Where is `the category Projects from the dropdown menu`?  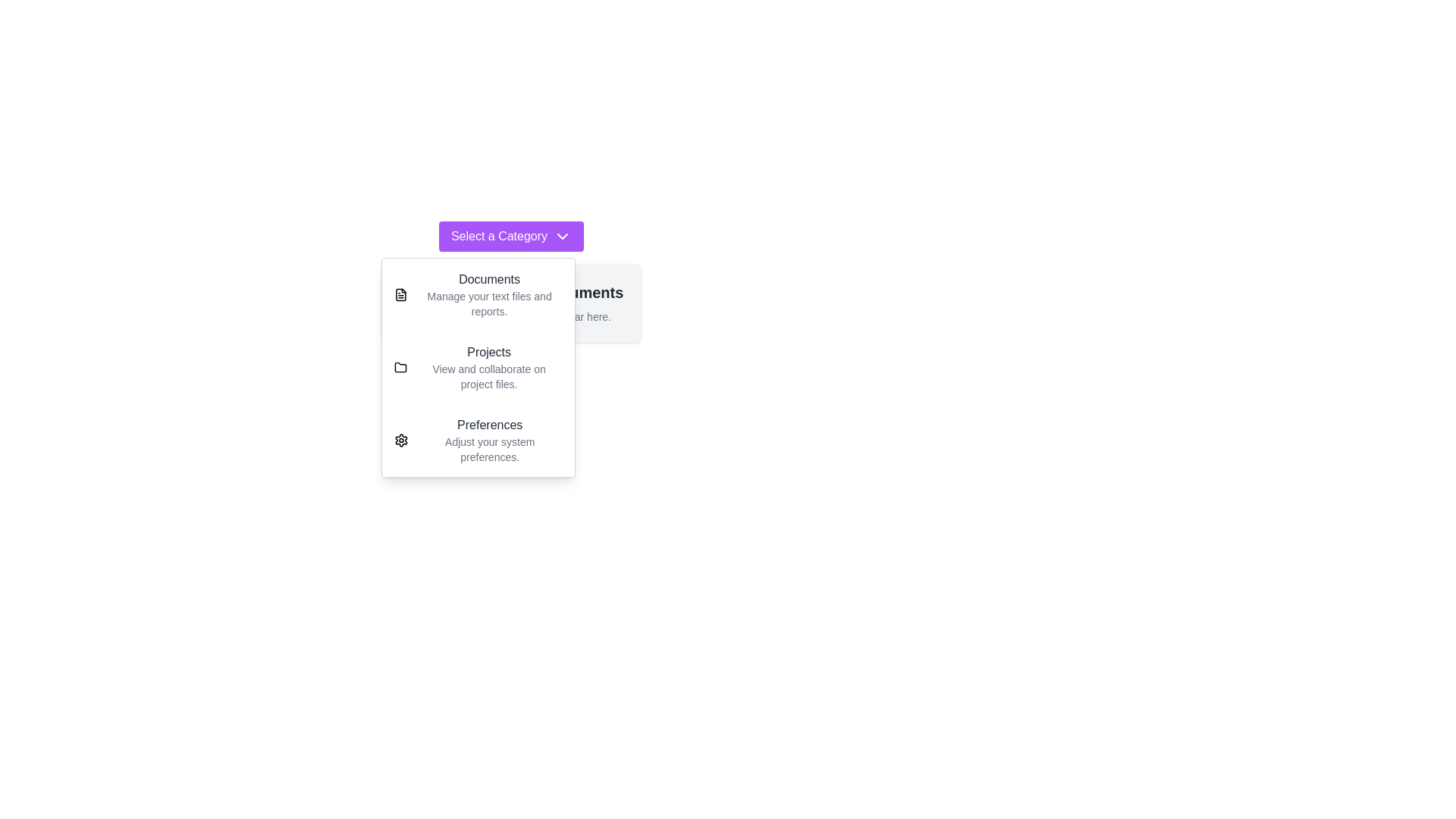 the category Projects from the dropdown menu is located at coordinates (476, 368).